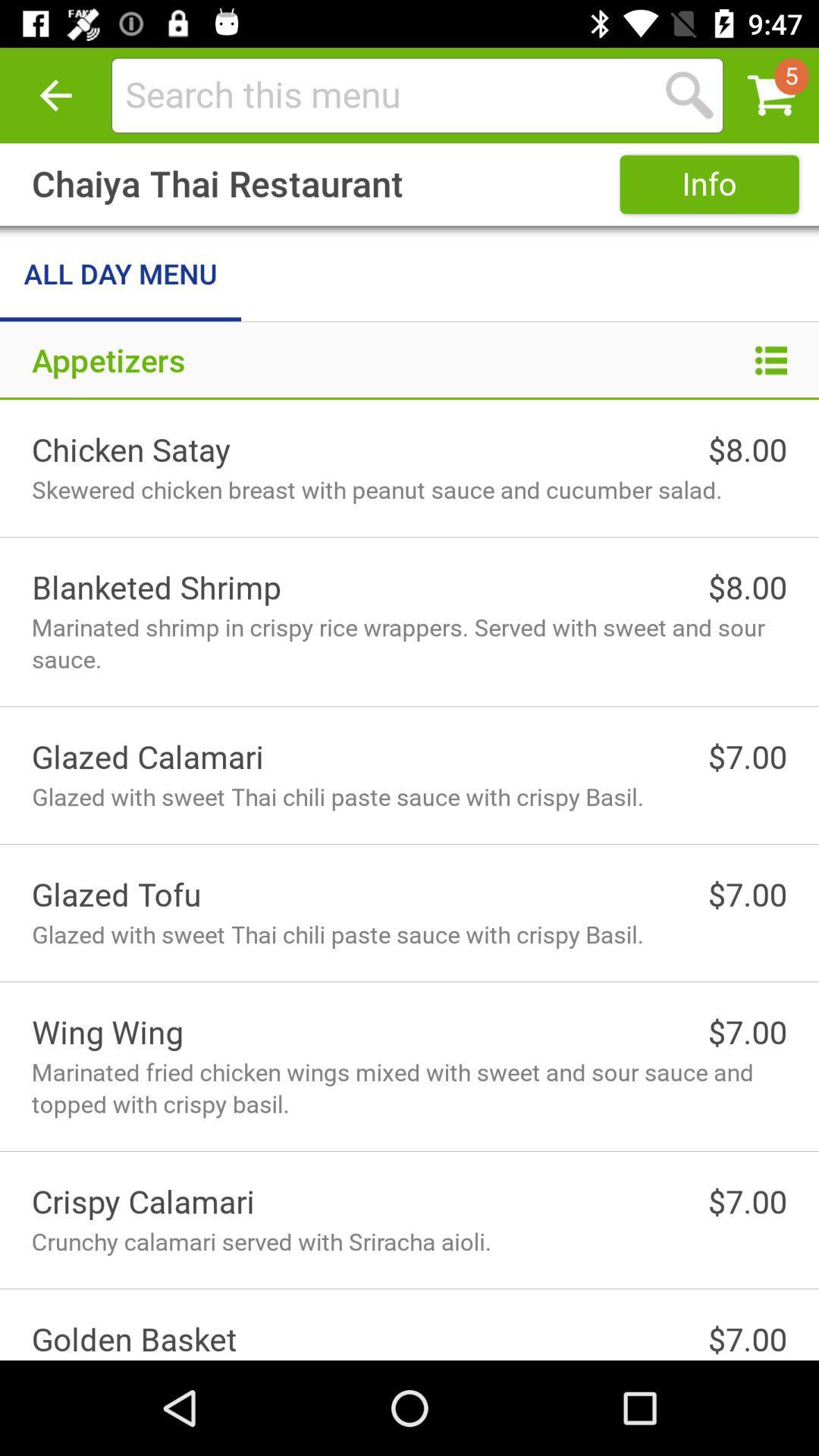  Describe the element at coordinates (709, 184) in the screenshot. I see `icon next to chaiya thai restaurant` at that location.